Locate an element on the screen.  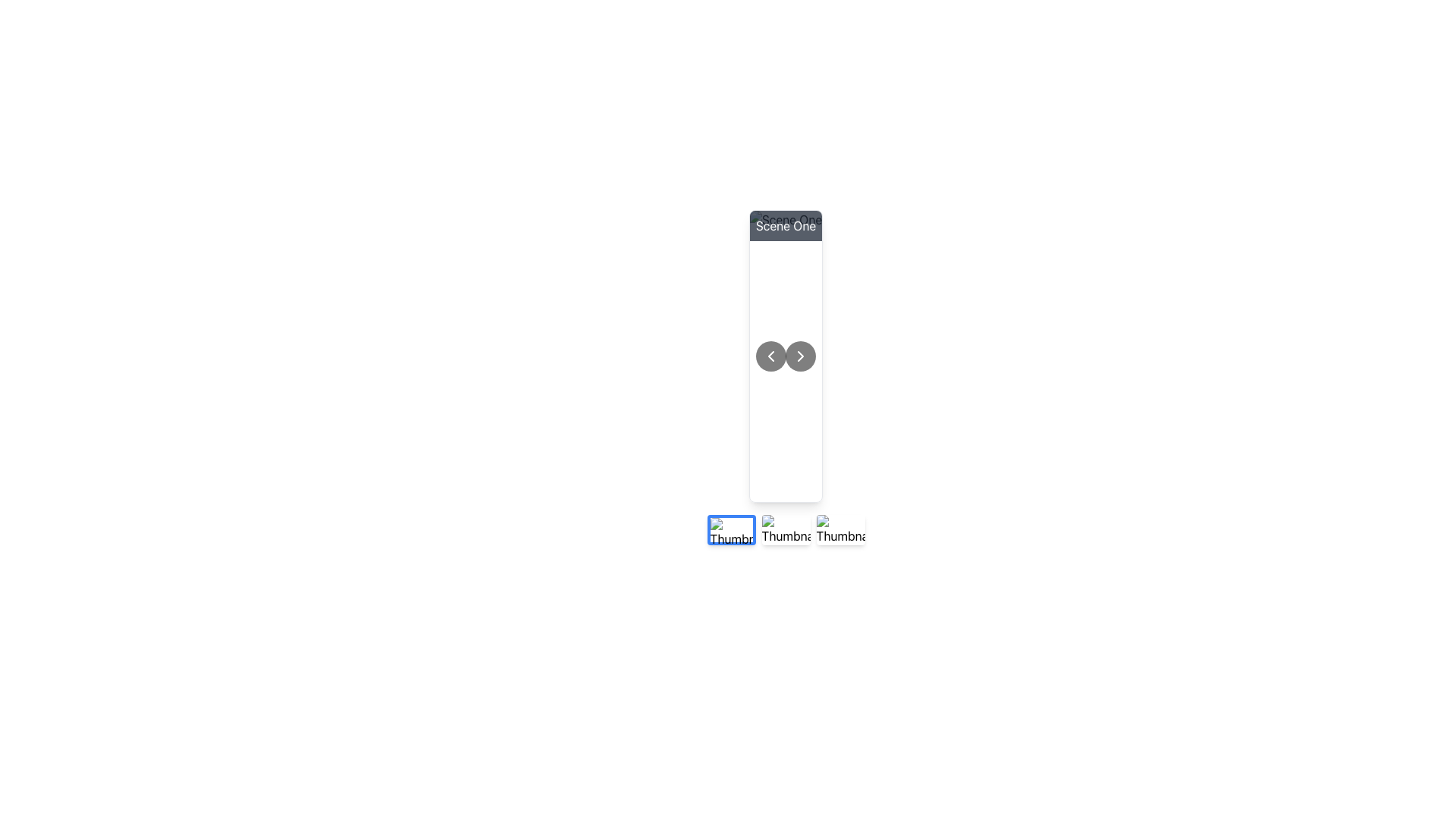
the left-facing chevron icon indicating navigation direction located in the vertically centered set of navigation controls on the left side of the visible area is located at coordinates (770, 356).